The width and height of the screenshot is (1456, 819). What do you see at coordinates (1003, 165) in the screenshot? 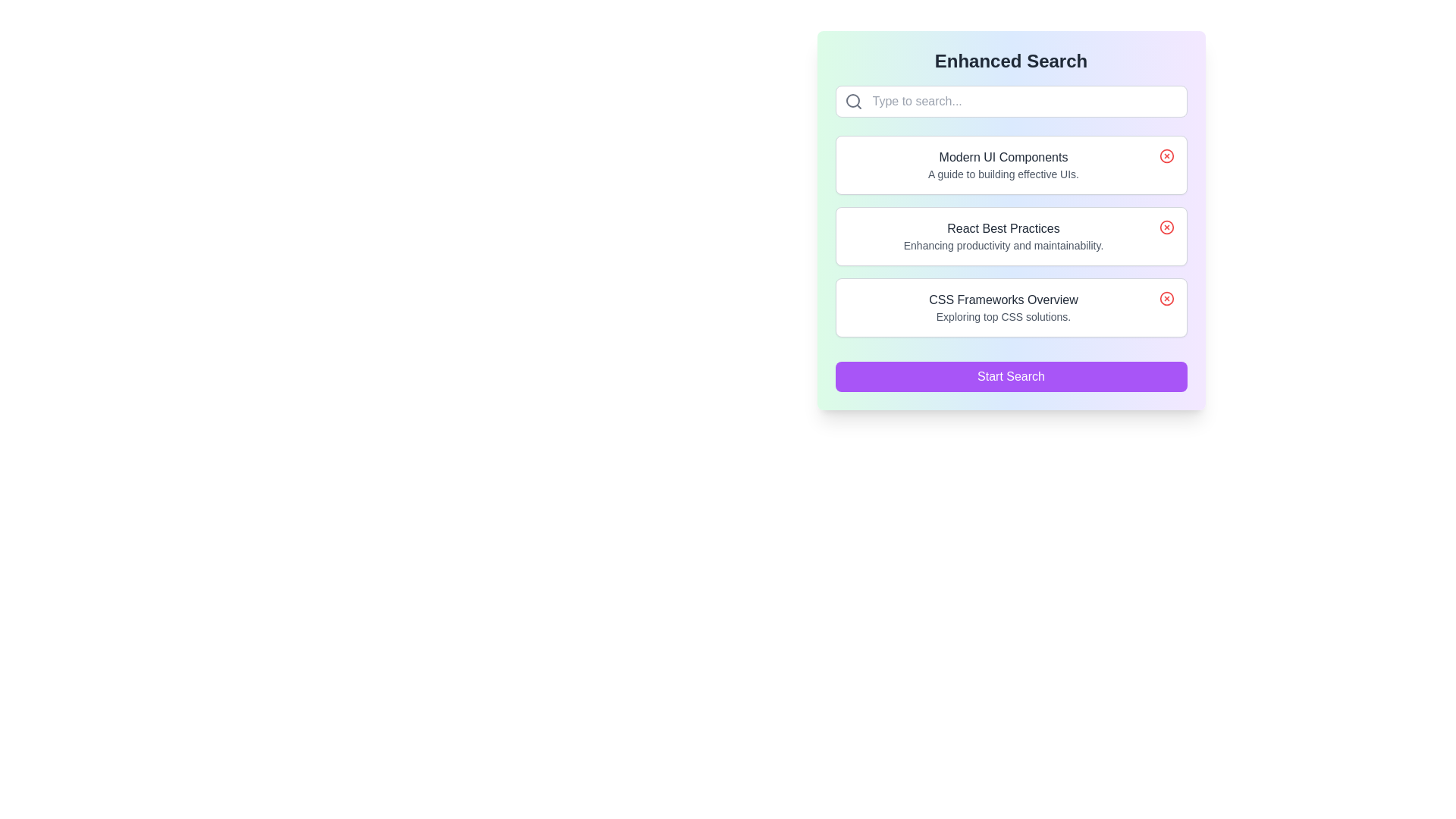
I see `the first list item titled 'Modern UI Components' with the subtitle 'A guide to building effective UIs.'` at bounding box center [1003, 165].